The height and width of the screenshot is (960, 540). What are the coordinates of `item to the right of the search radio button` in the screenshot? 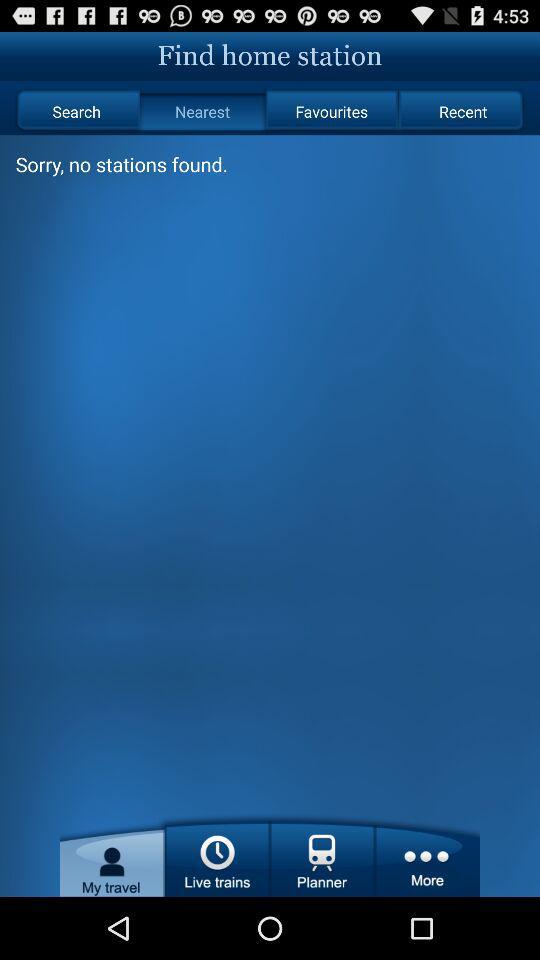 It's located at (202, 111).